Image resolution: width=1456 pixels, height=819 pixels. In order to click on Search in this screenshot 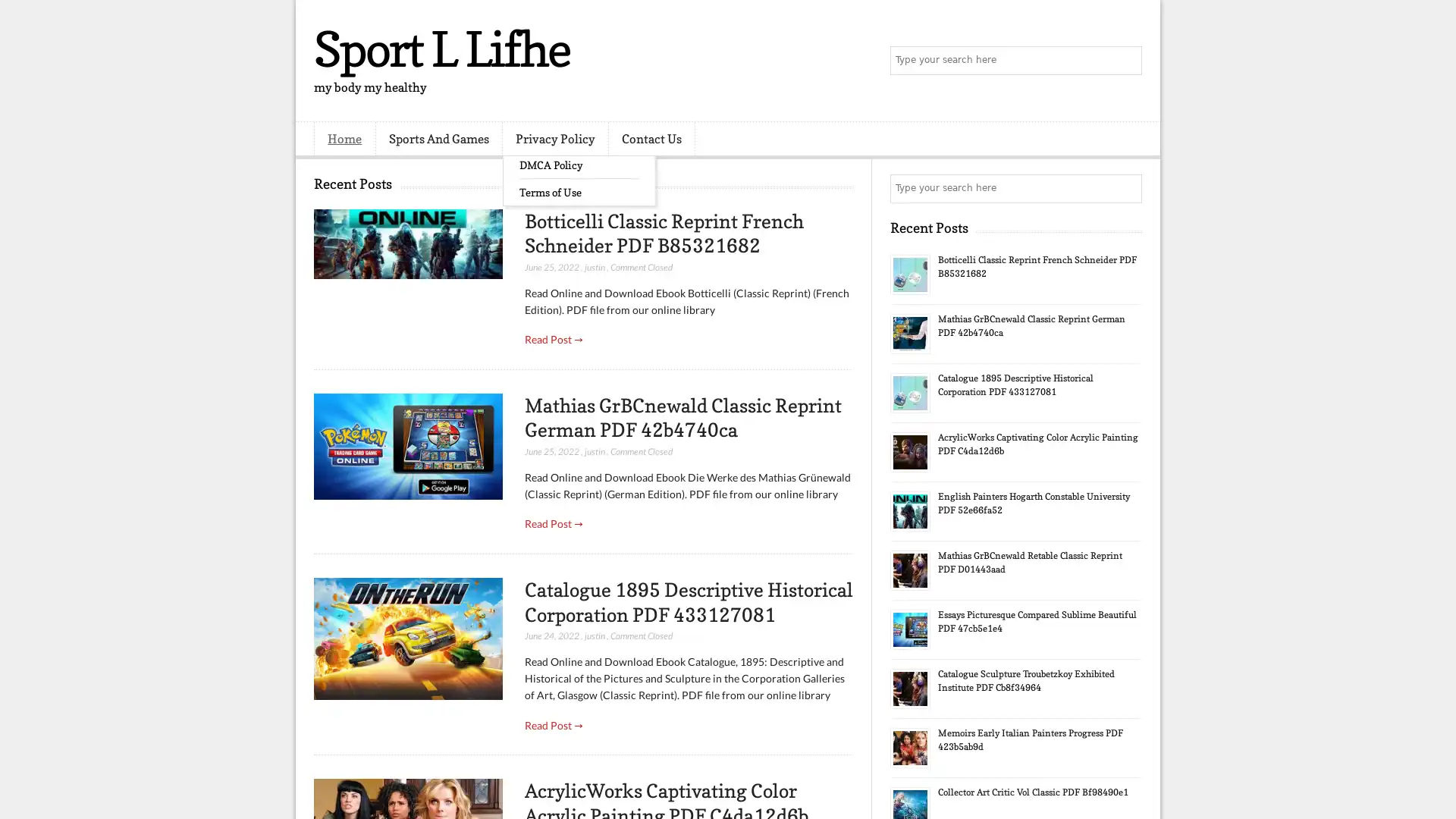, I will do `click(1126, 188)`.